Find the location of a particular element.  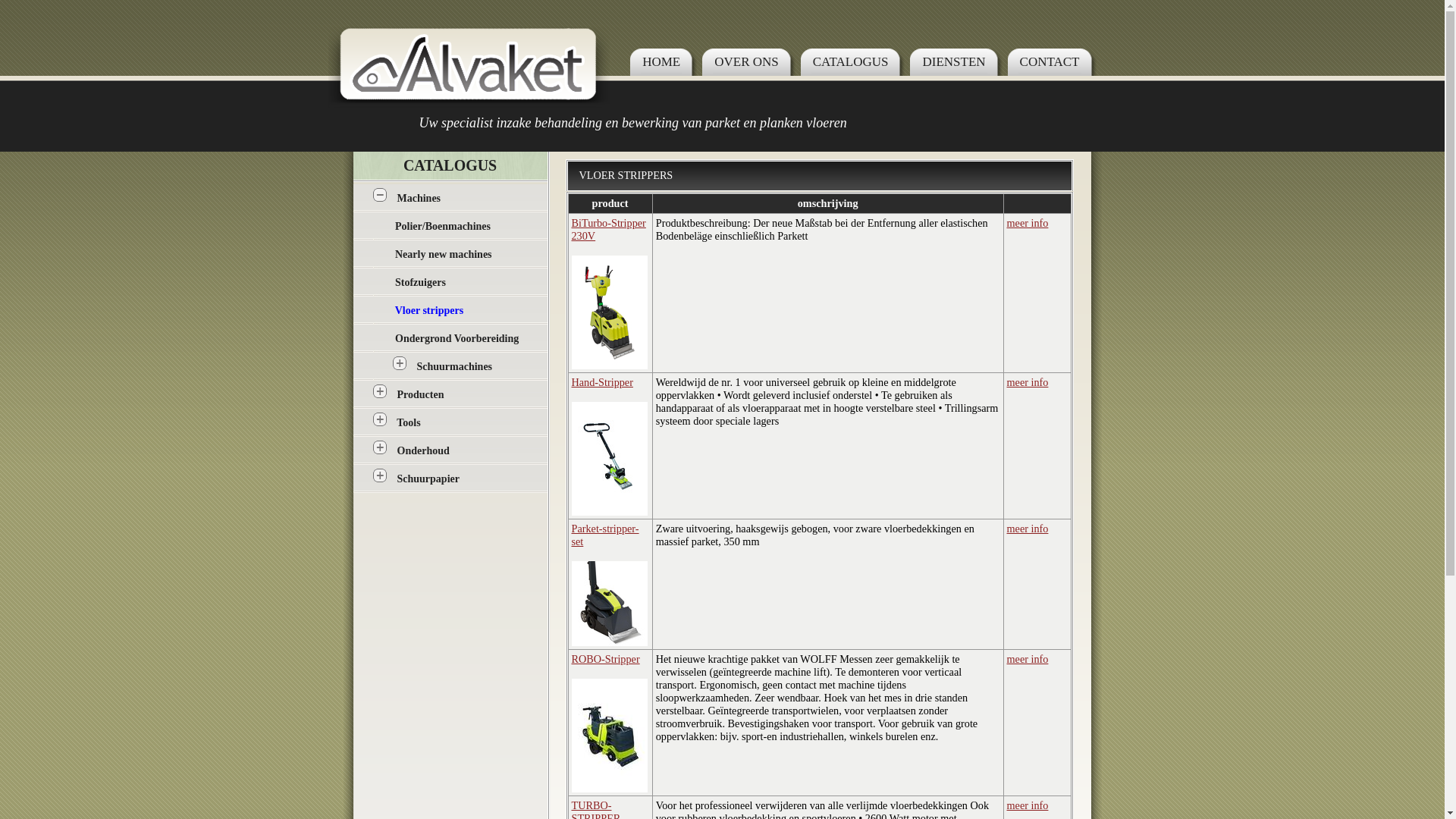

'Tools' is located at coordinates (408, 422).